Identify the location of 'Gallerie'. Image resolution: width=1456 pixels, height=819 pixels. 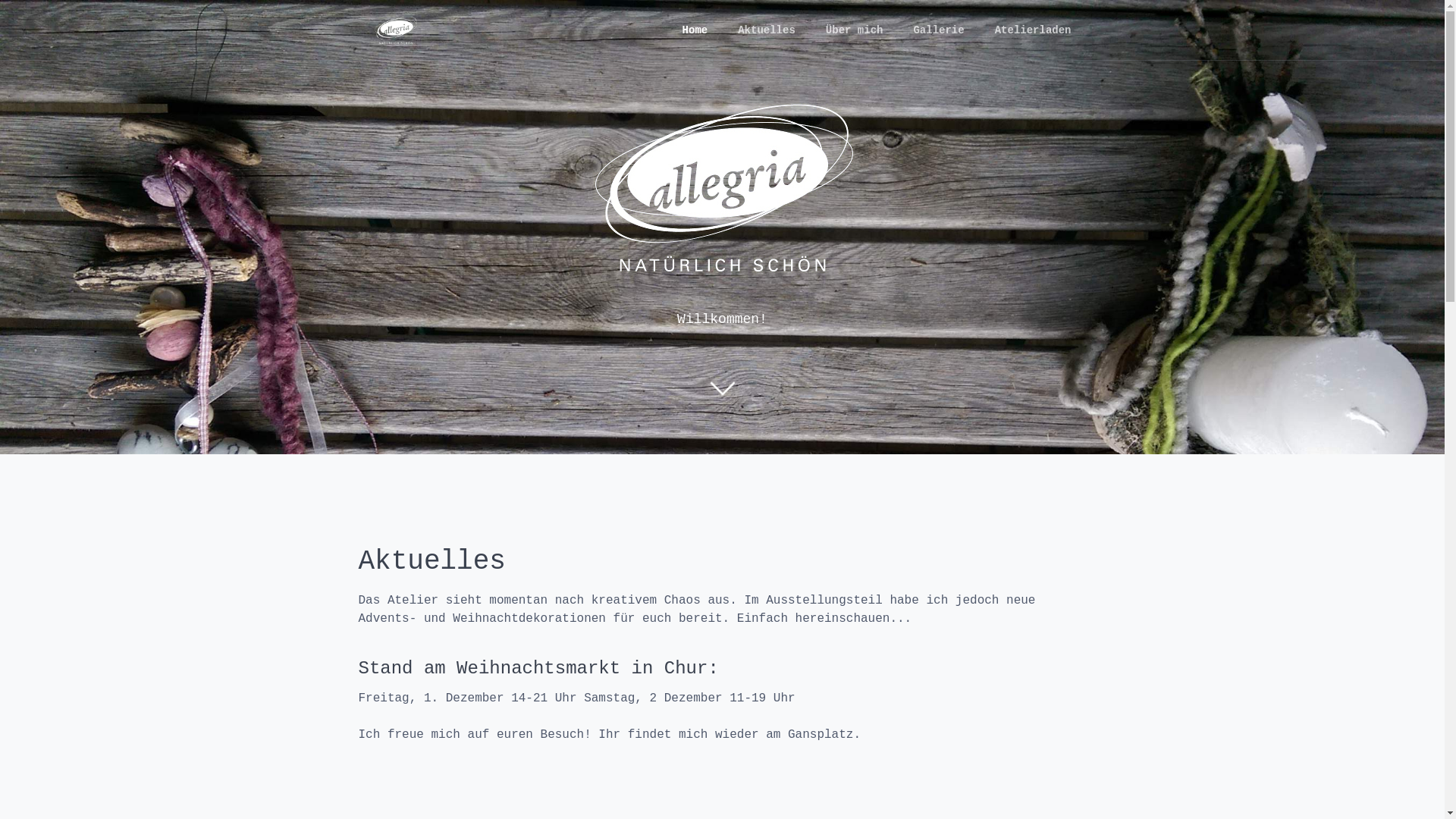
(937, 30).